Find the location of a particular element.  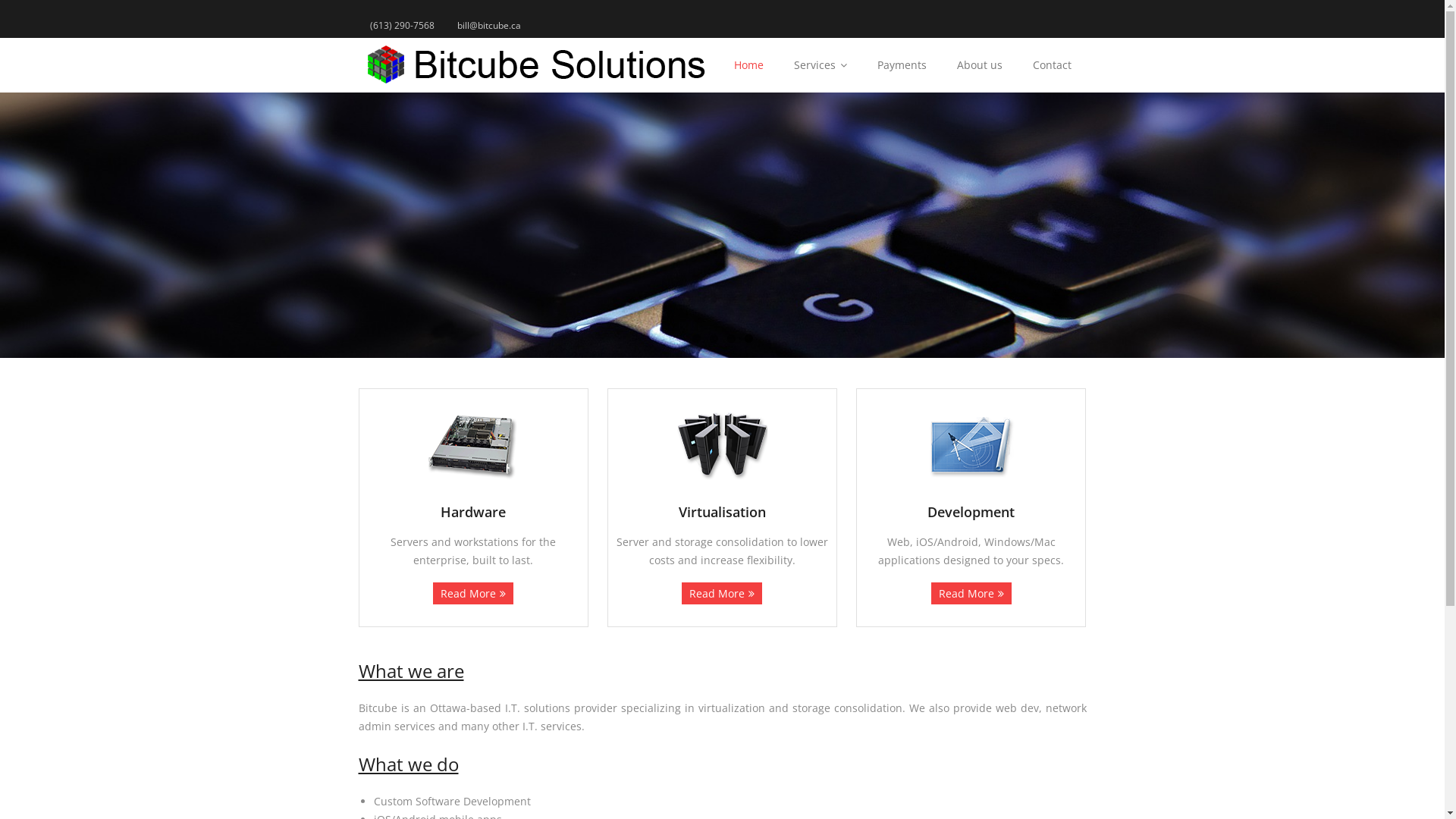

'bill@bitcube.ca' is located at coordinates (488, 25).